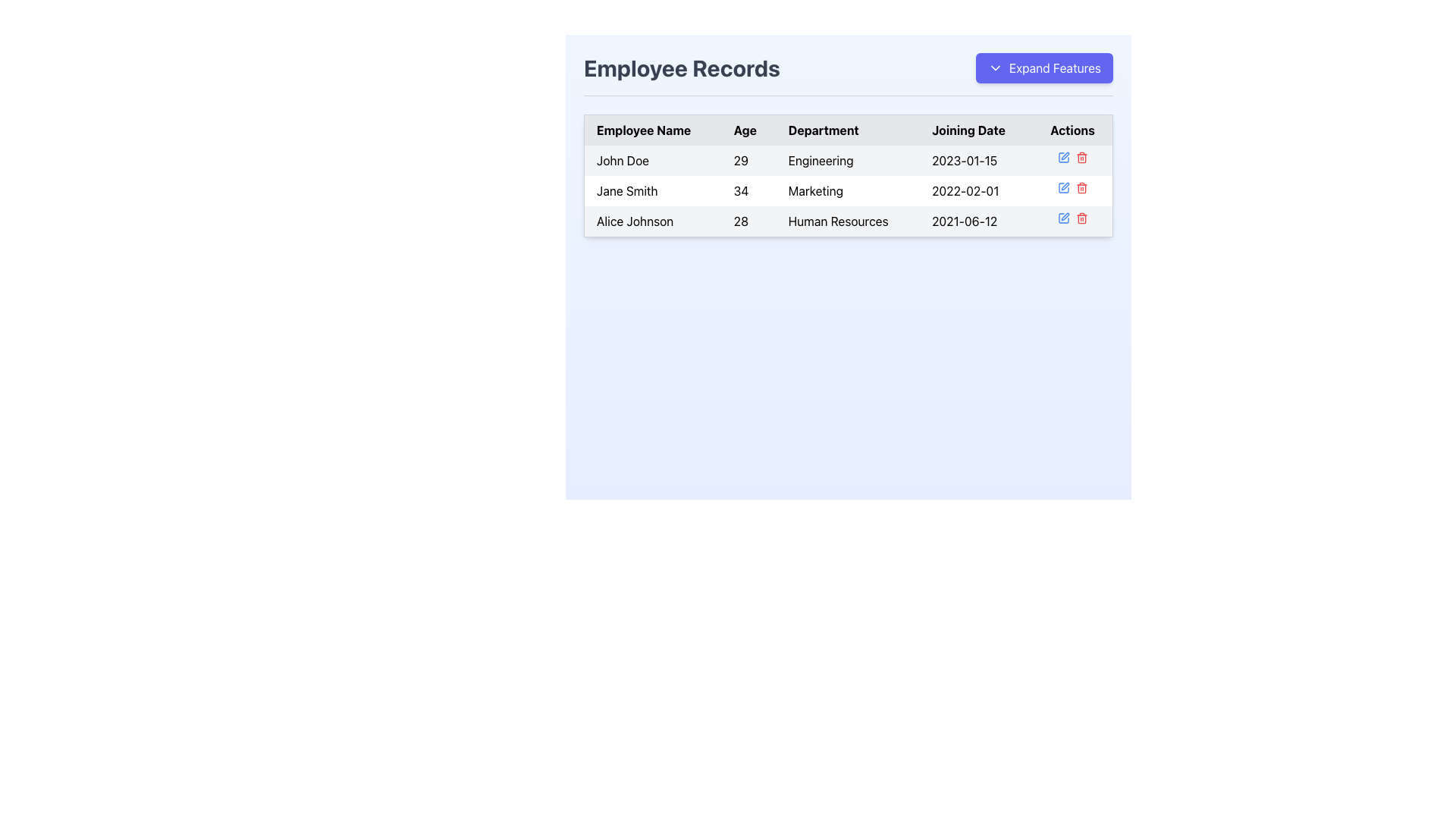 This screenshot has width=1456, height=819. Describe the element at coordinates (1054, 67) in the screenshot. I see `text 'Expand Features' displayed in white font on a deep blue background, located in the top-right section of the interface next to a dropdown arrow` at that location.